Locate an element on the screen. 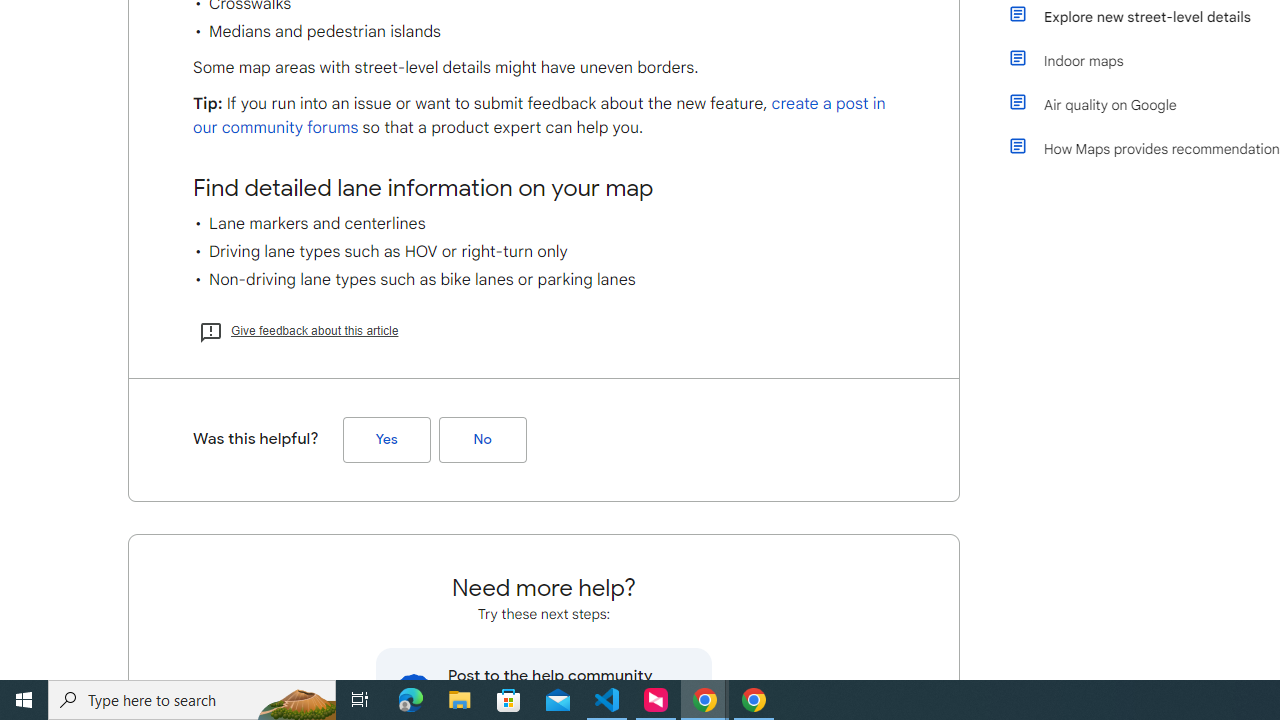  'Find detailed lane information on your map' is located at coordinates (544, 187).